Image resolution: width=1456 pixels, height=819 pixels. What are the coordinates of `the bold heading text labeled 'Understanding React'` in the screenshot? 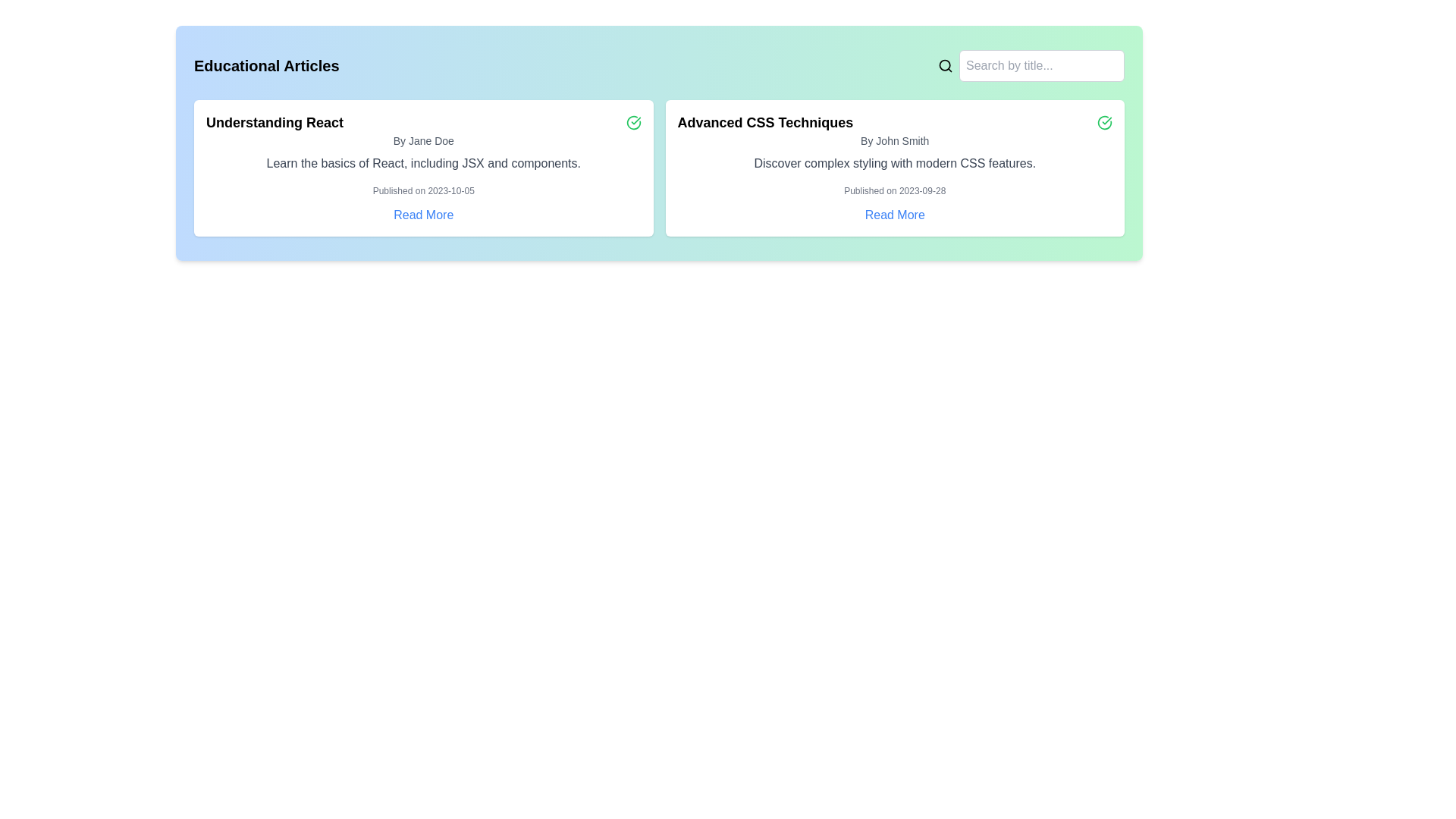 It's located at (275, 122).